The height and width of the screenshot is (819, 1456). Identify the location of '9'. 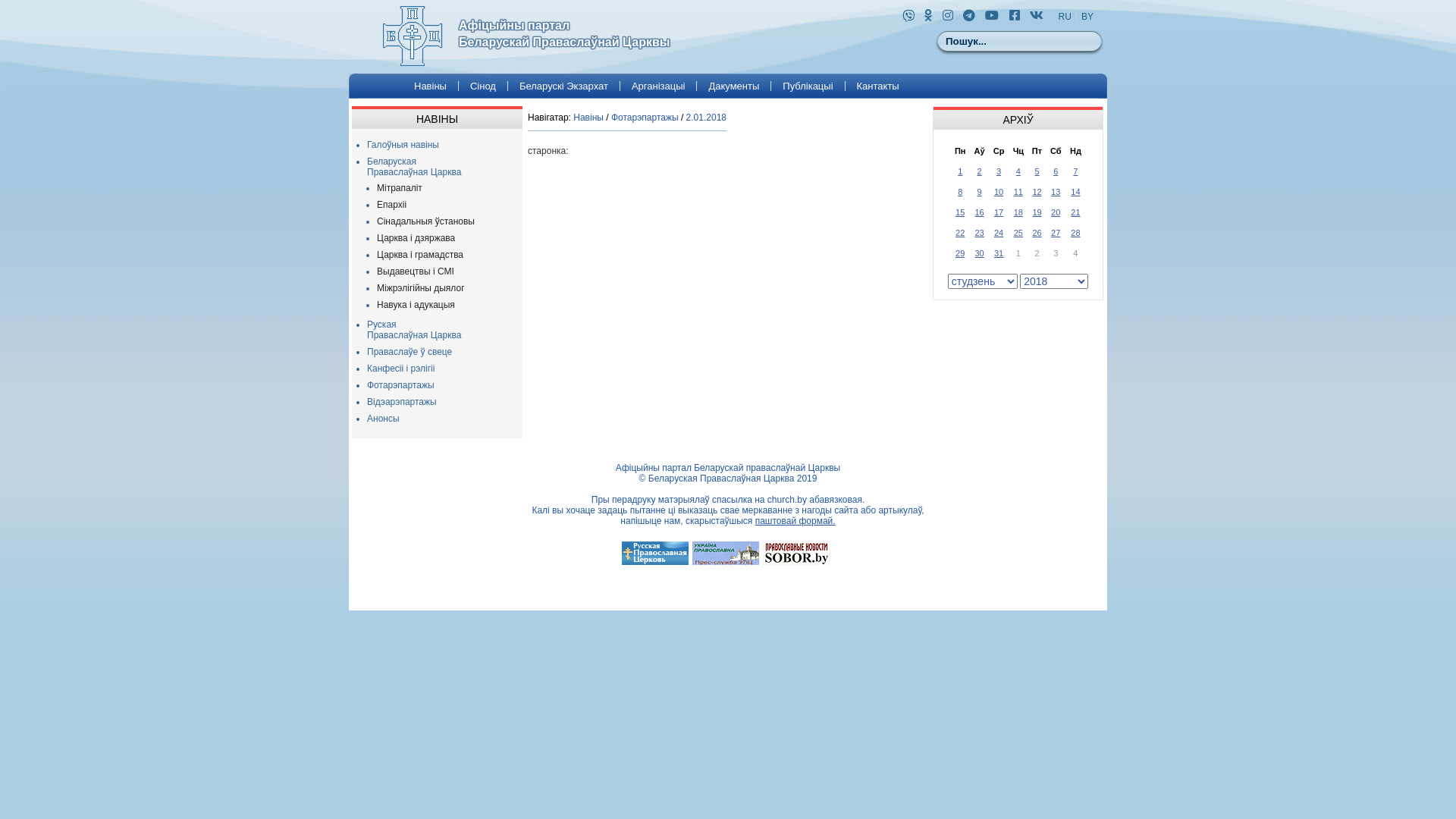
(976, 190).